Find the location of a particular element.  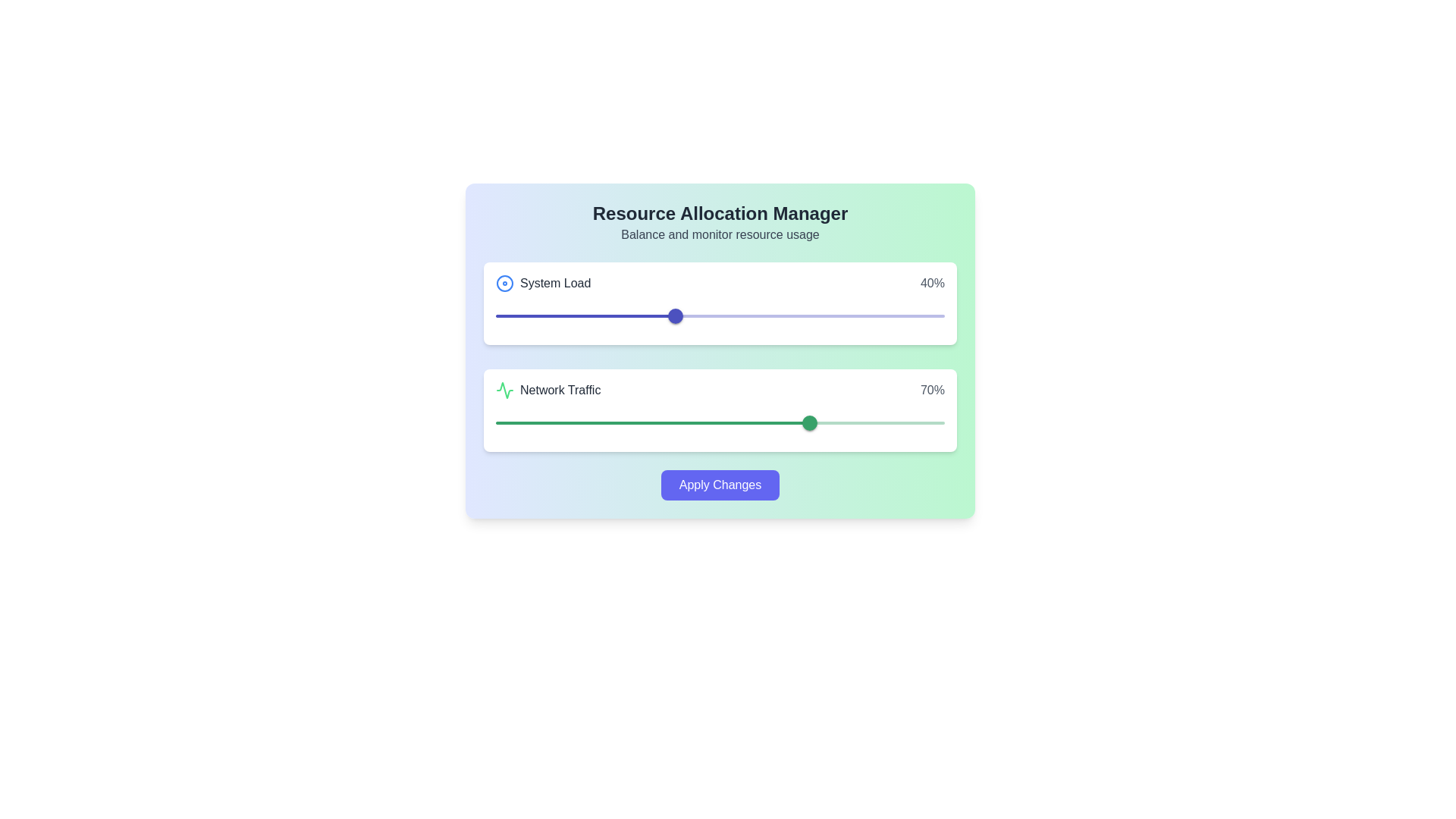

the static text displaying '40%' in gray font, positioned at the right end of the first section of the interface is located at coordinates (931, 284).